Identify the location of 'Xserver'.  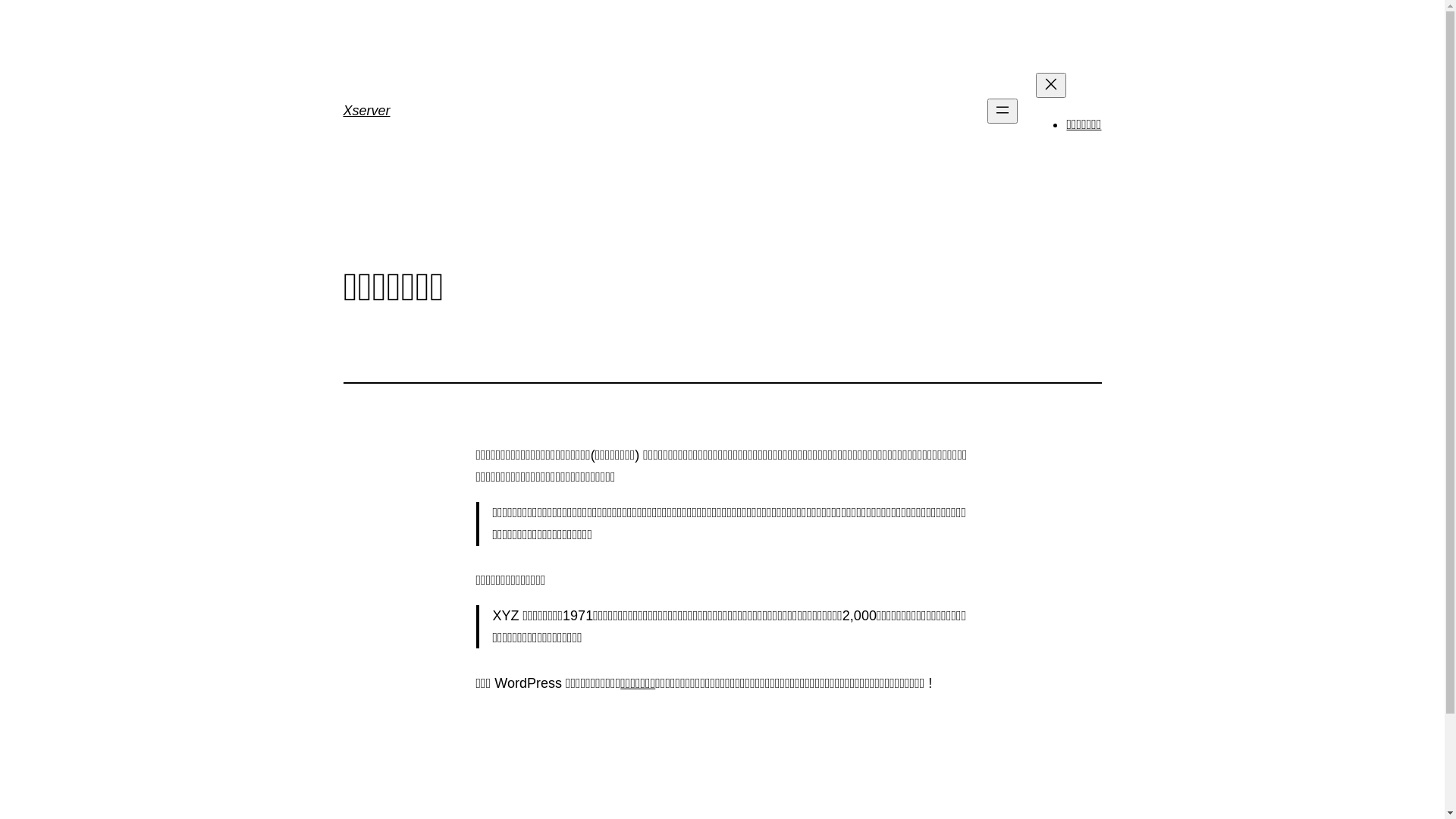
(366, 110).